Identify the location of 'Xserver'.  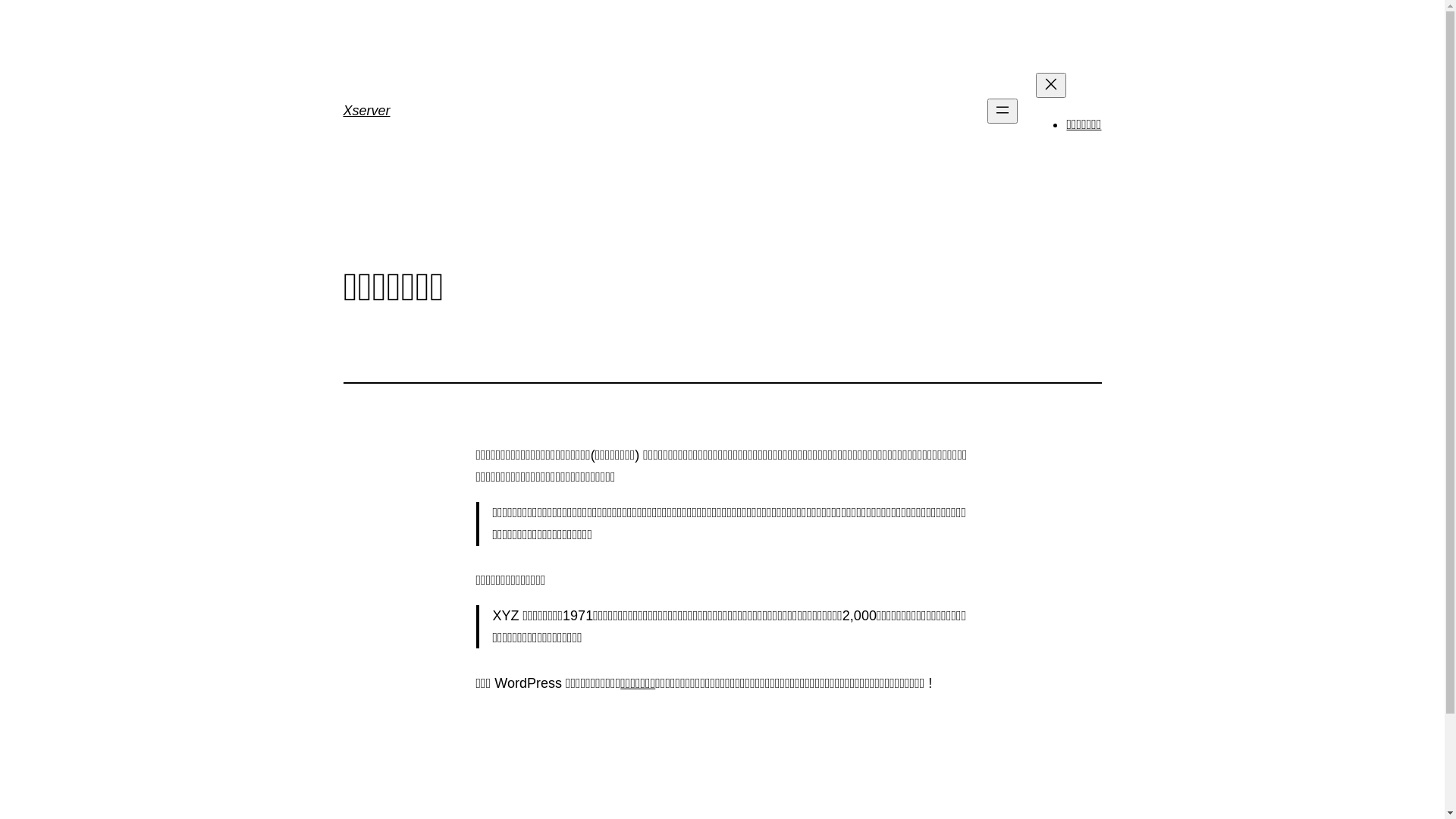
(366, 110).